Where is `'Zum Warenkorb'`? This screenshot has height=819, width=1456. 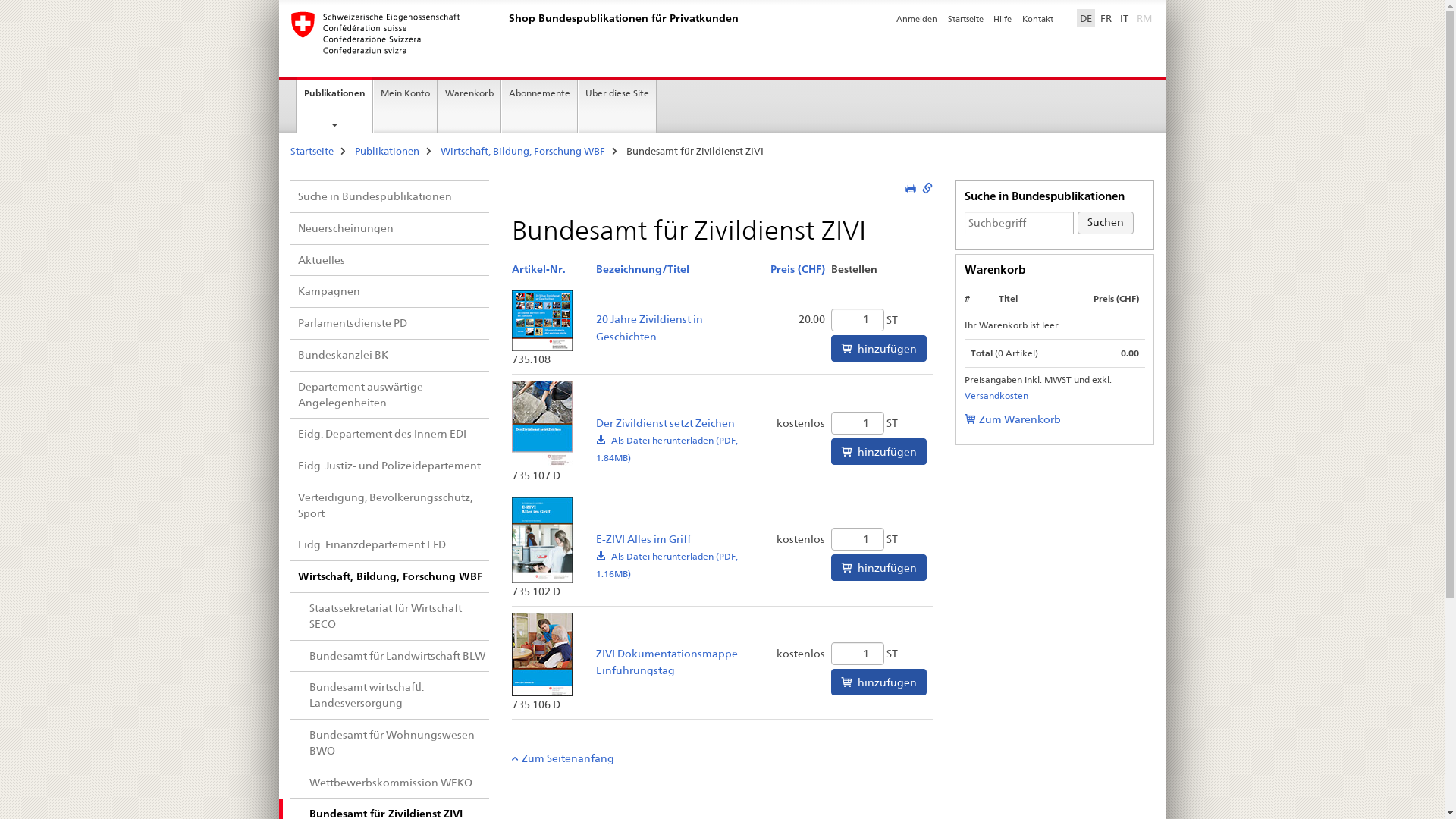
'Zum Warenkorb' is located at coordinates (1012, 419).